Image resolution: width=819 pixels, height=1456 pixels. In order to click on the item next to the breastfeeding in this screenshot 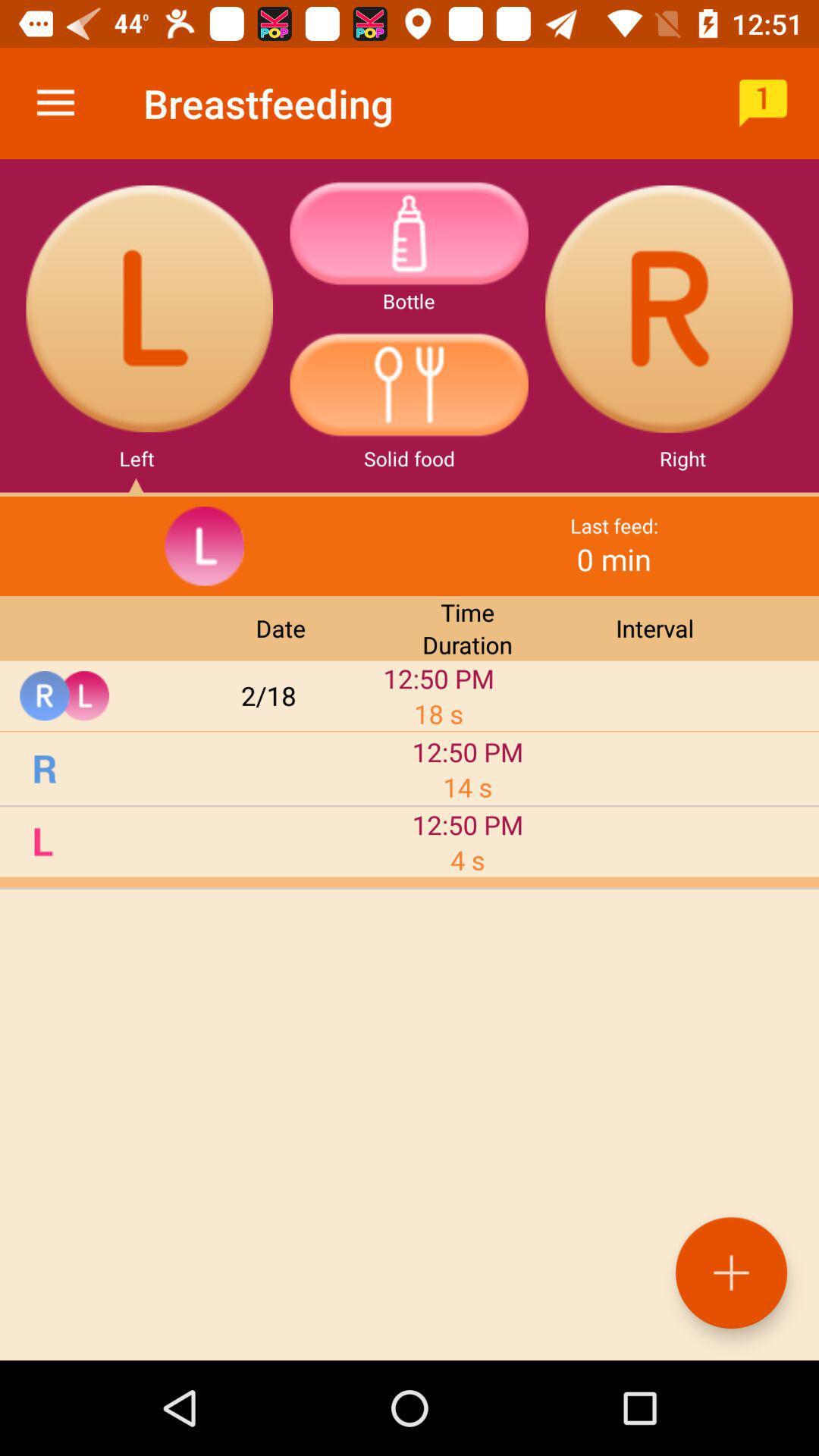, I will do `click(55, 102)`.